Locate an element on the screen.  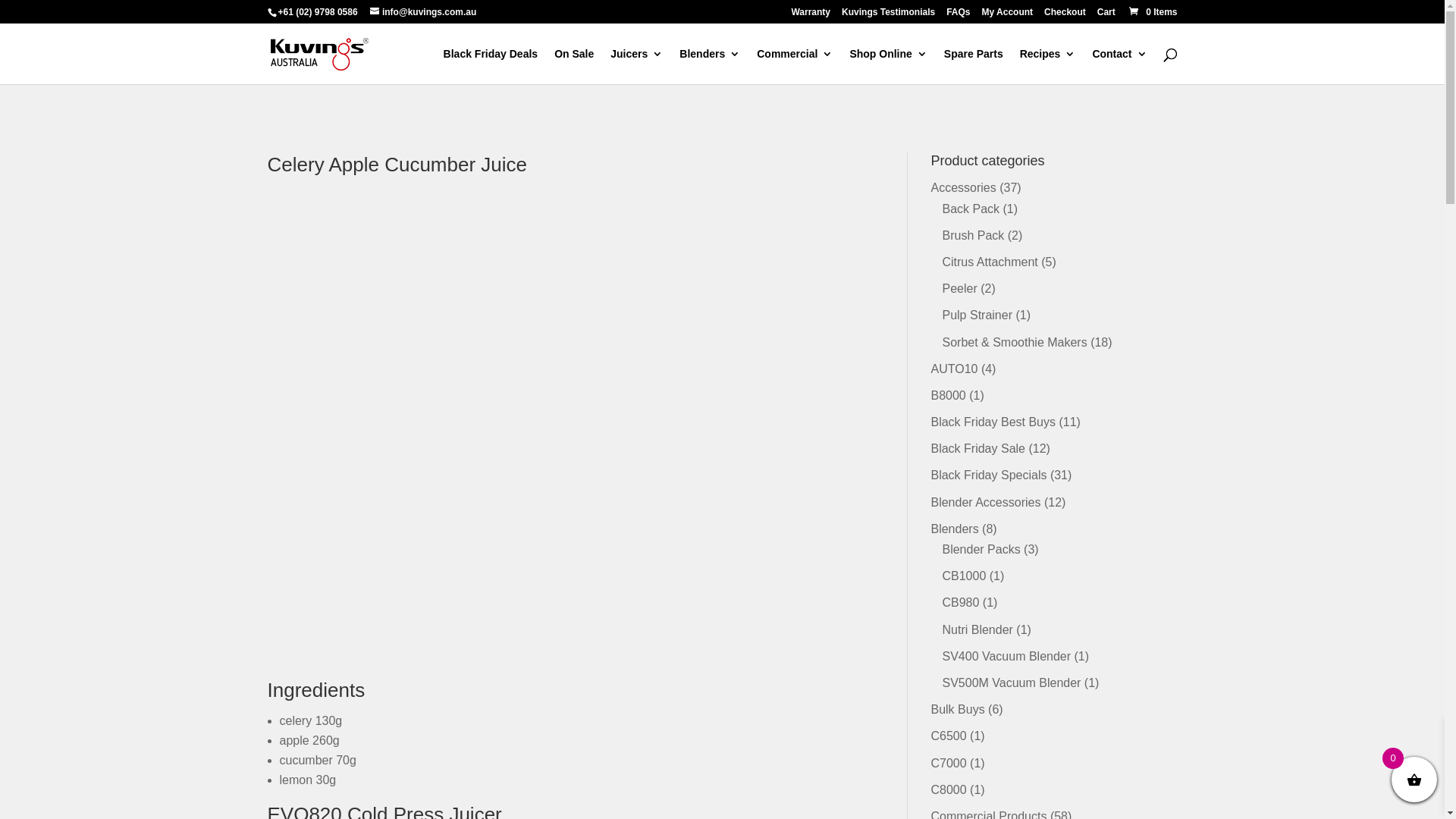
'Blender Packs' is located at coordinates (981, 549).